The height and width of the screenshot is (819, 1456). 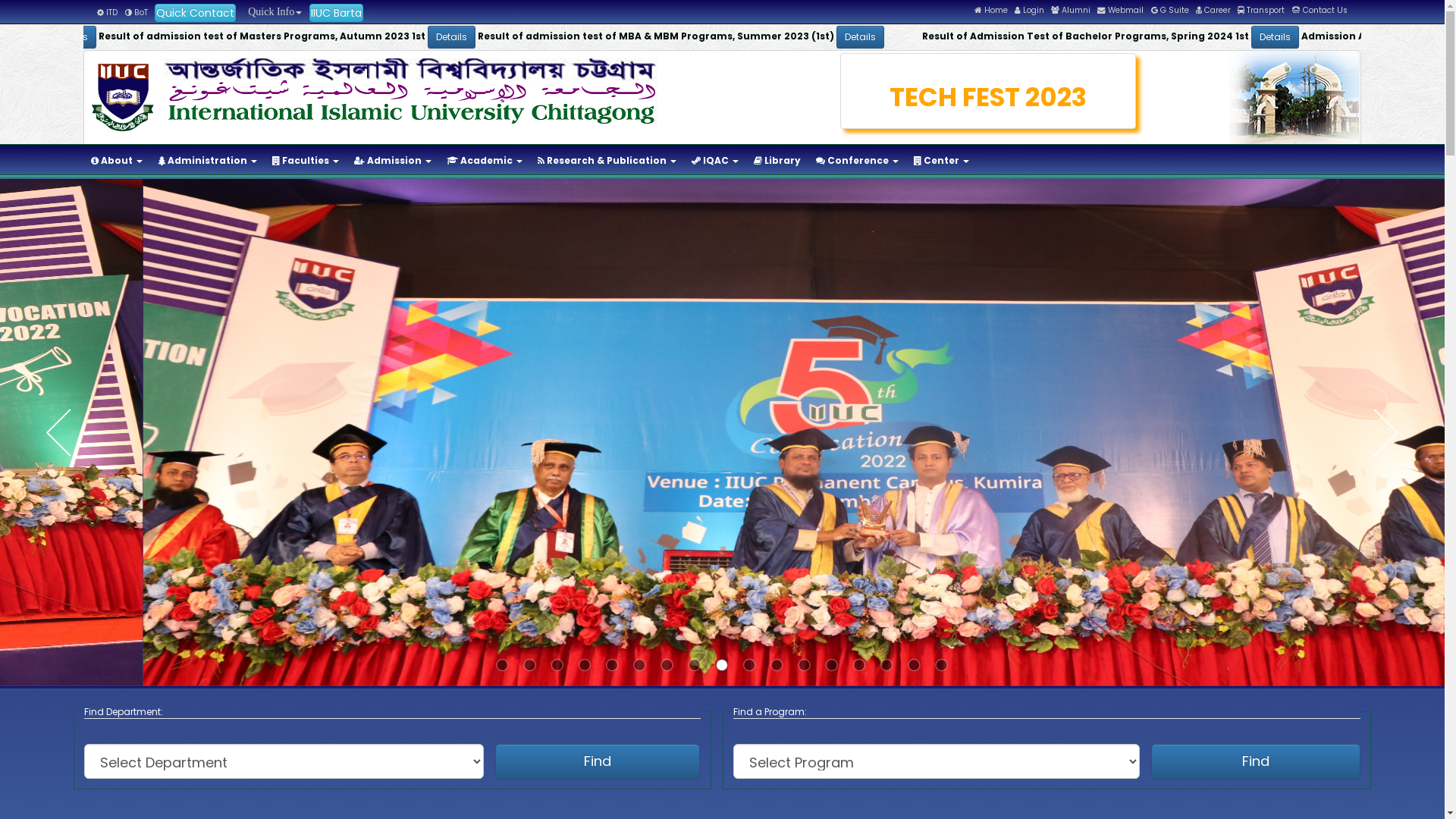 What do you see at coordinates (683, 161) in the screenshot?
I see `'IQAC'` at bounding box center [683, 161].